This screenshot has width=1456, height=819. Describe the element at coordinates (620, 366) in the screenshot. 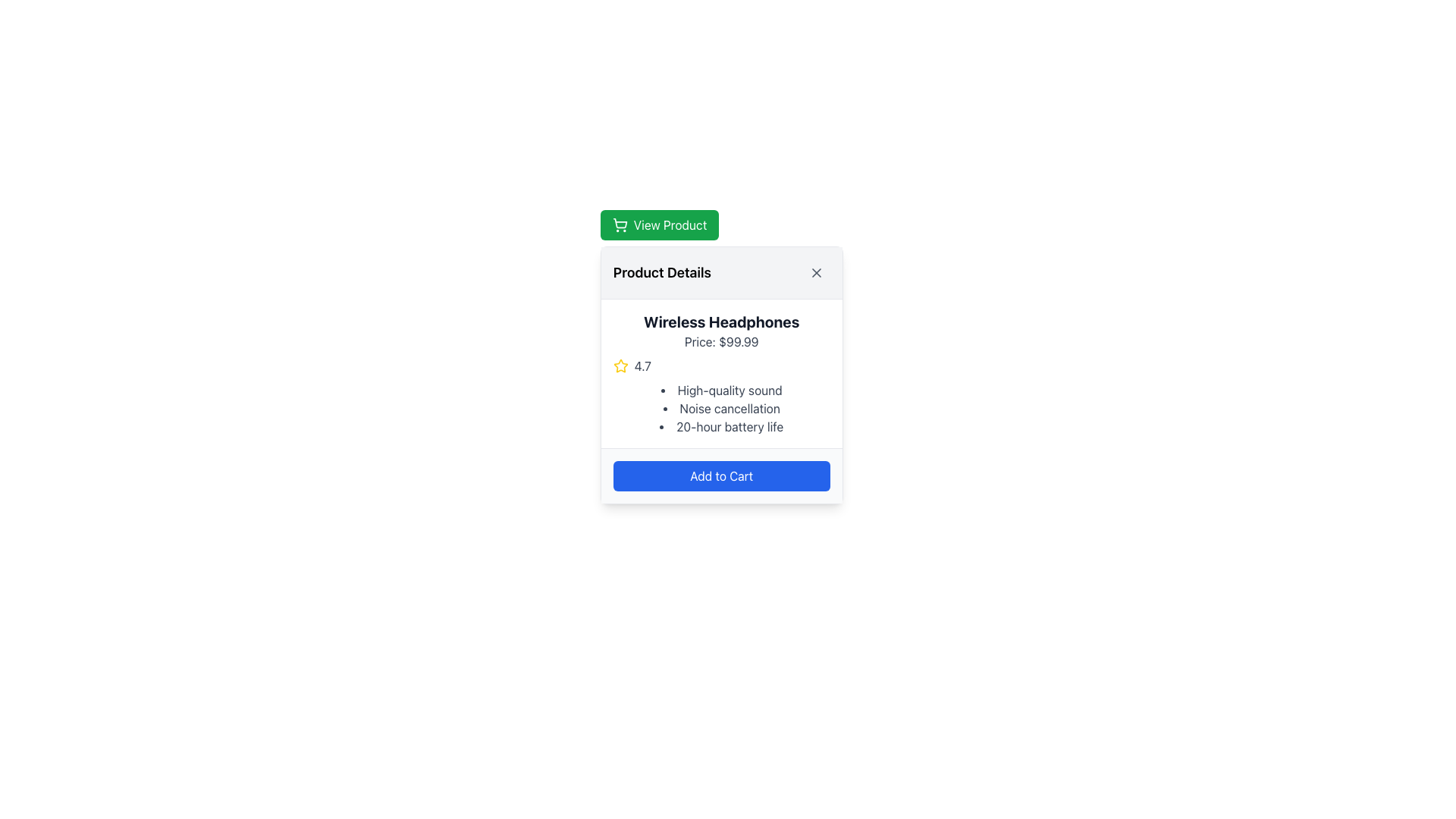

I see `the yellow star-shaped icon with a hollow center located inside the 'Product Details' dialog box, to the left of the numerical rating (4.7)` at that location.